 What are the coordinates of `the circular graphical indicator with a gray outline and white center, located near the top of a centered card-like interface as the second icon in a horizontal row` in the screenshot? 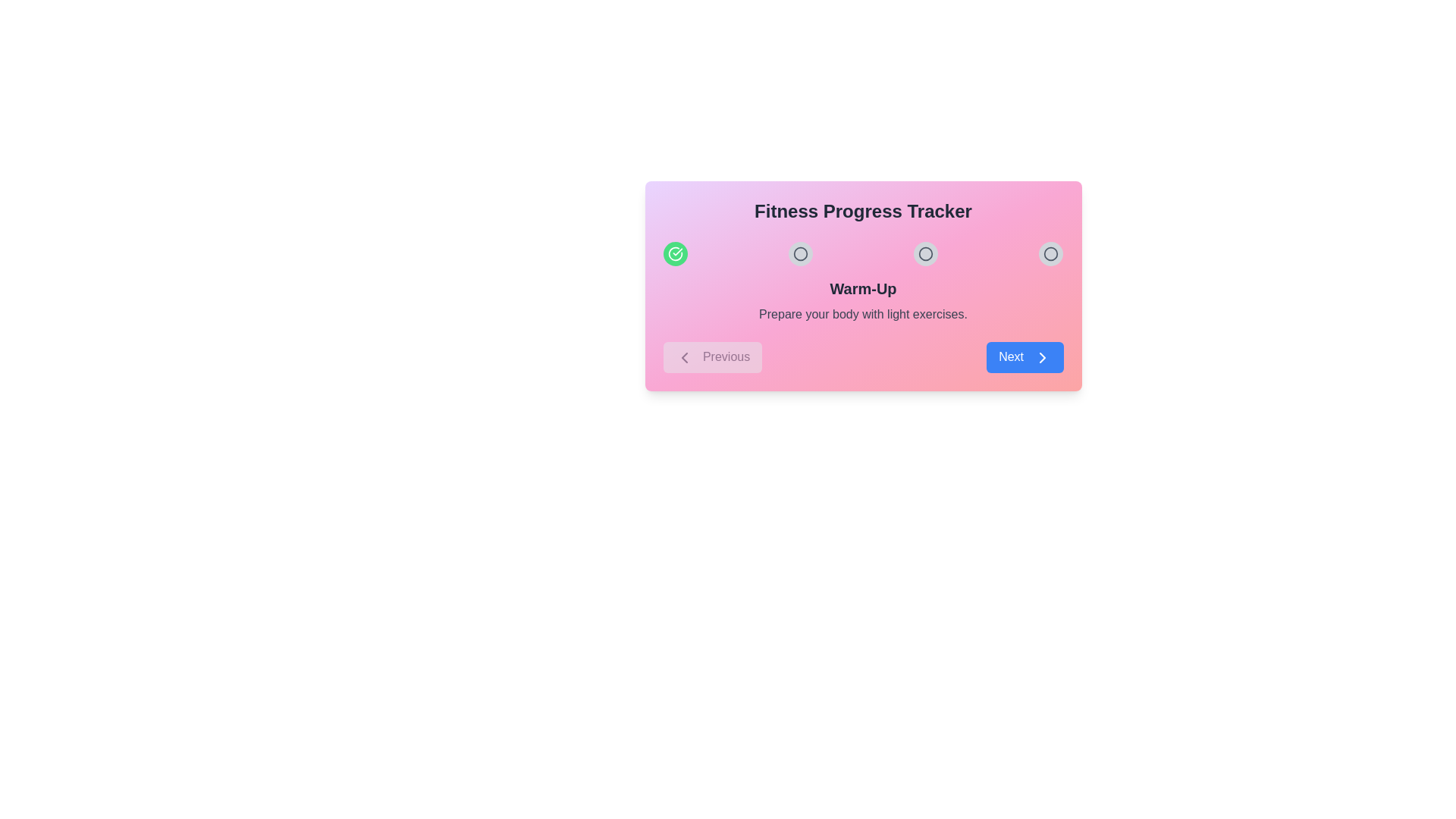 It's located at (799, 253).